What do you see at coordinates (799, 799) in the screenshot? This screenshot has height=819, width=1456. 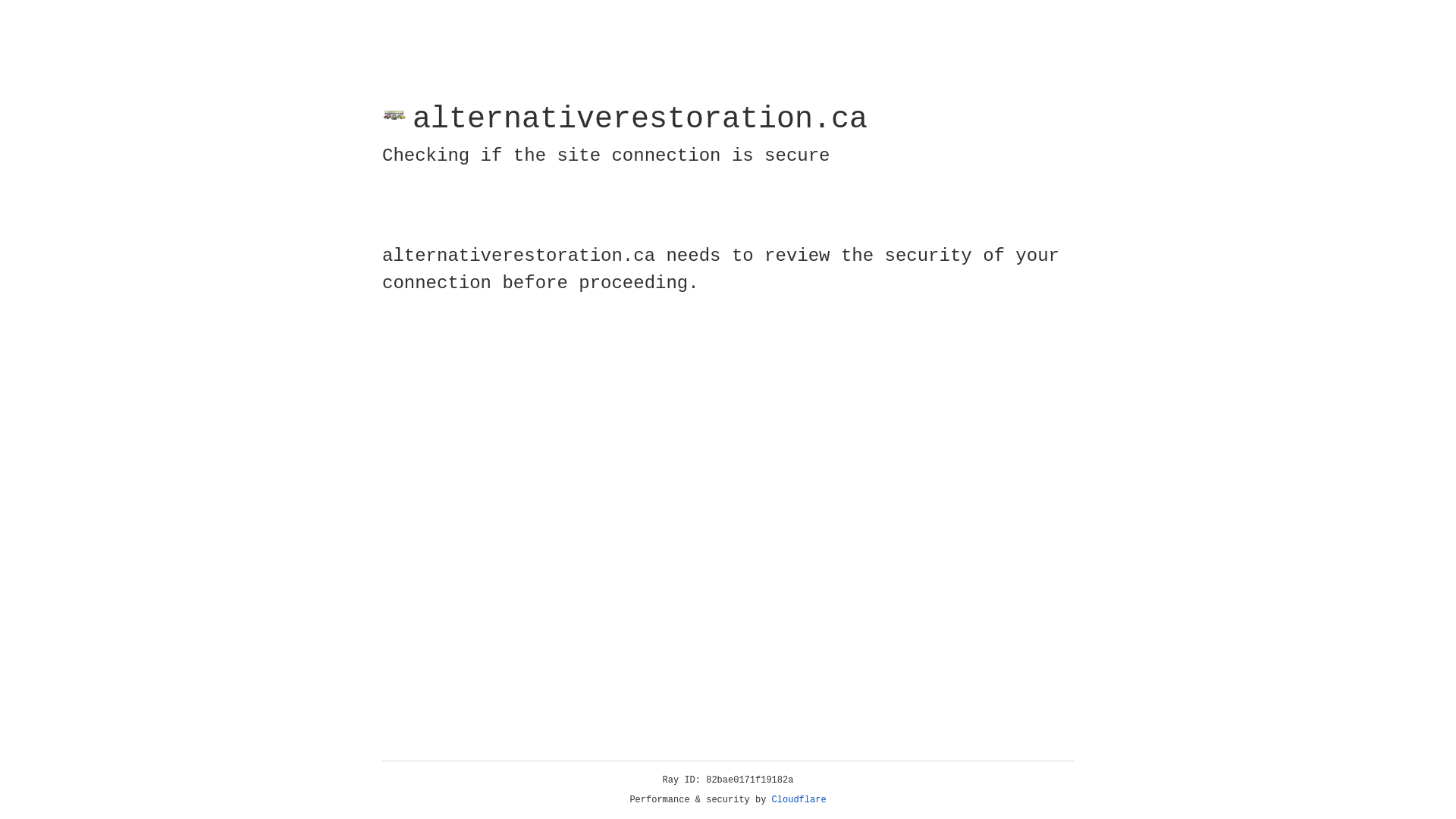 I see `'Cloudflare'` at bounding box center [799, 799].